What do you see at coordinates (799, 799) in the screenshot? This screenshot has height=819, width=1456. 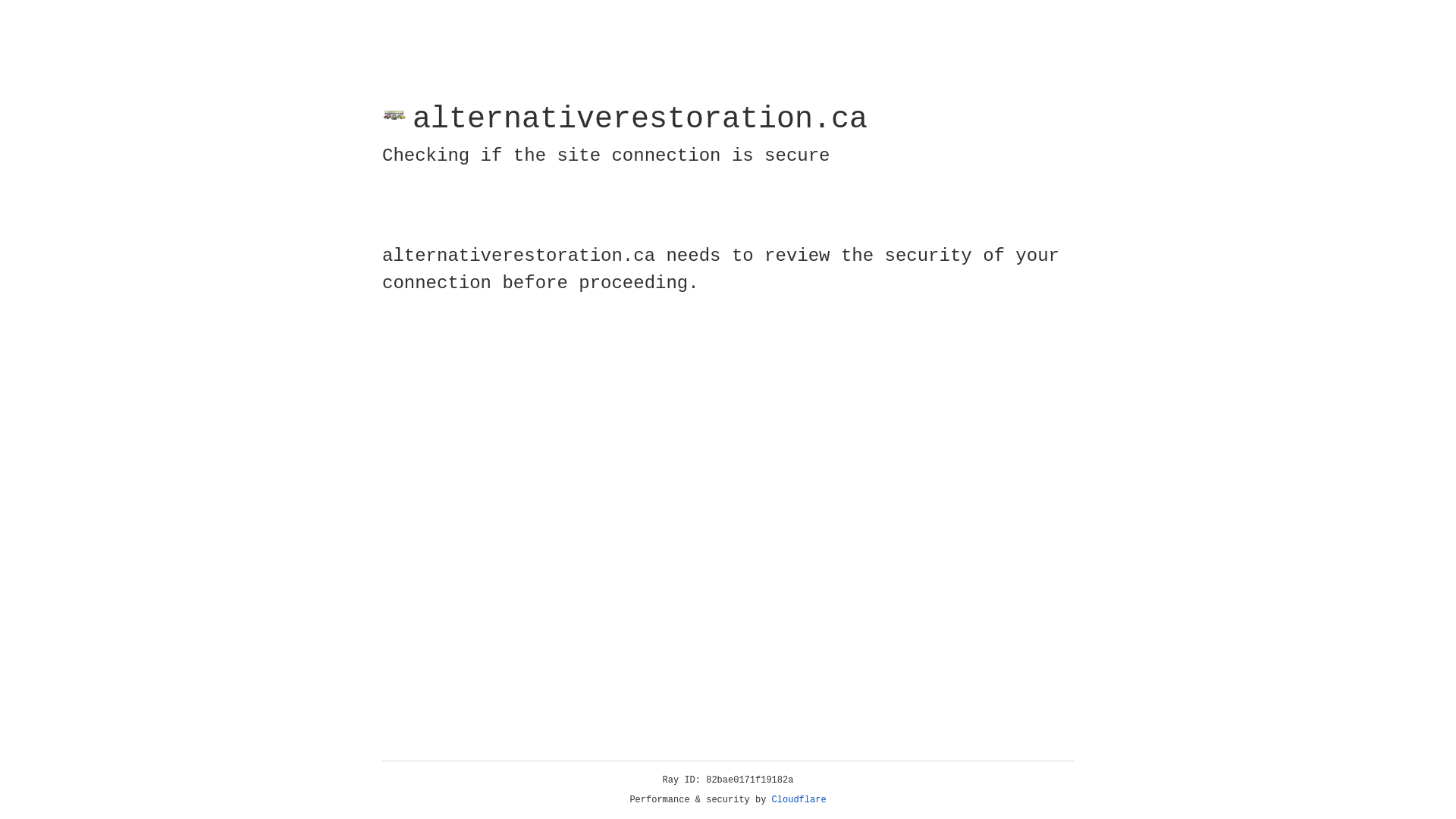 I see `'Cloudflare'` at bounding box center [799, 799].